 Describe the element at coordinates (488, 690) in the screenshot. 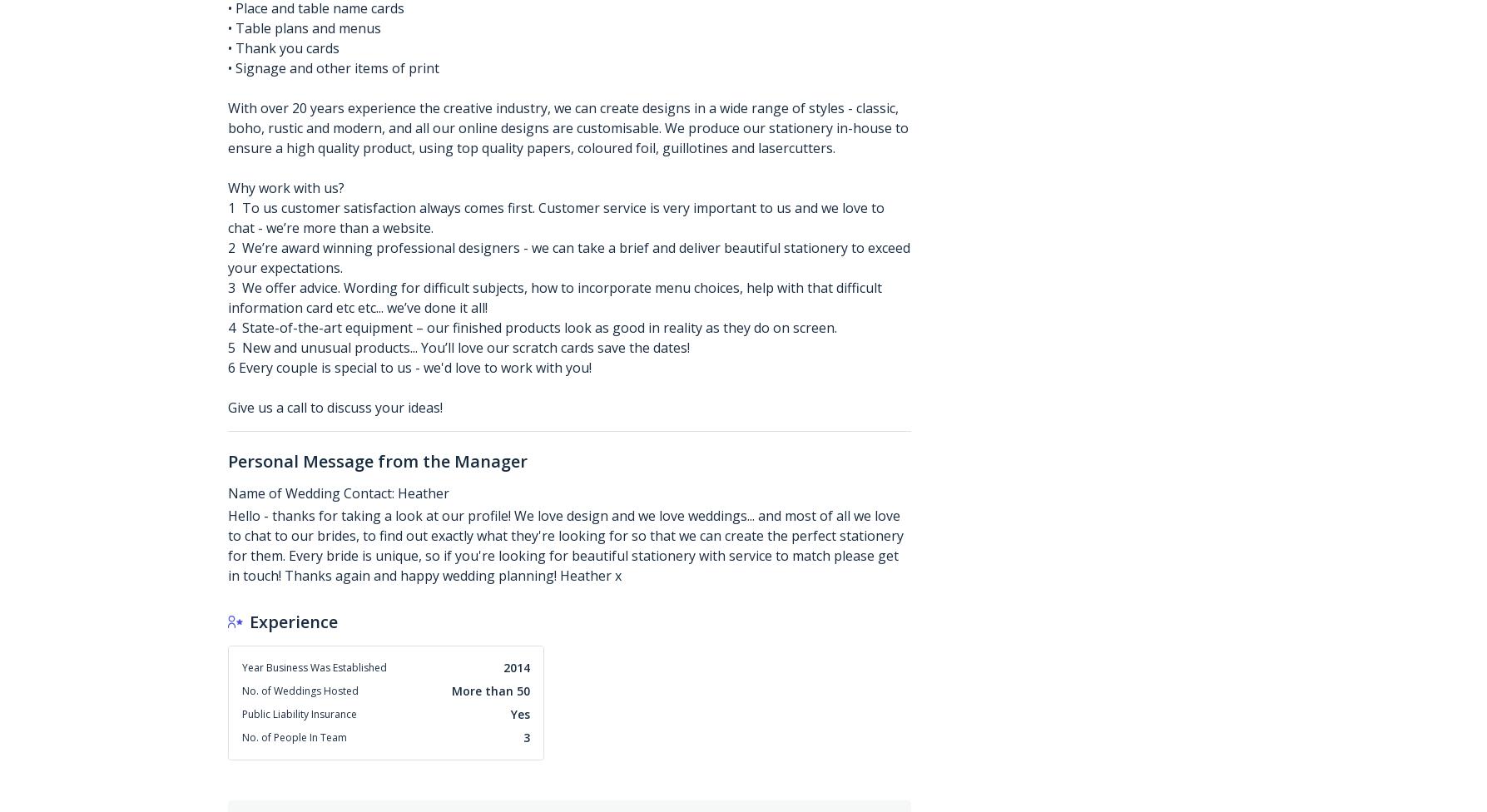

I see `'More than 50'` at that location.